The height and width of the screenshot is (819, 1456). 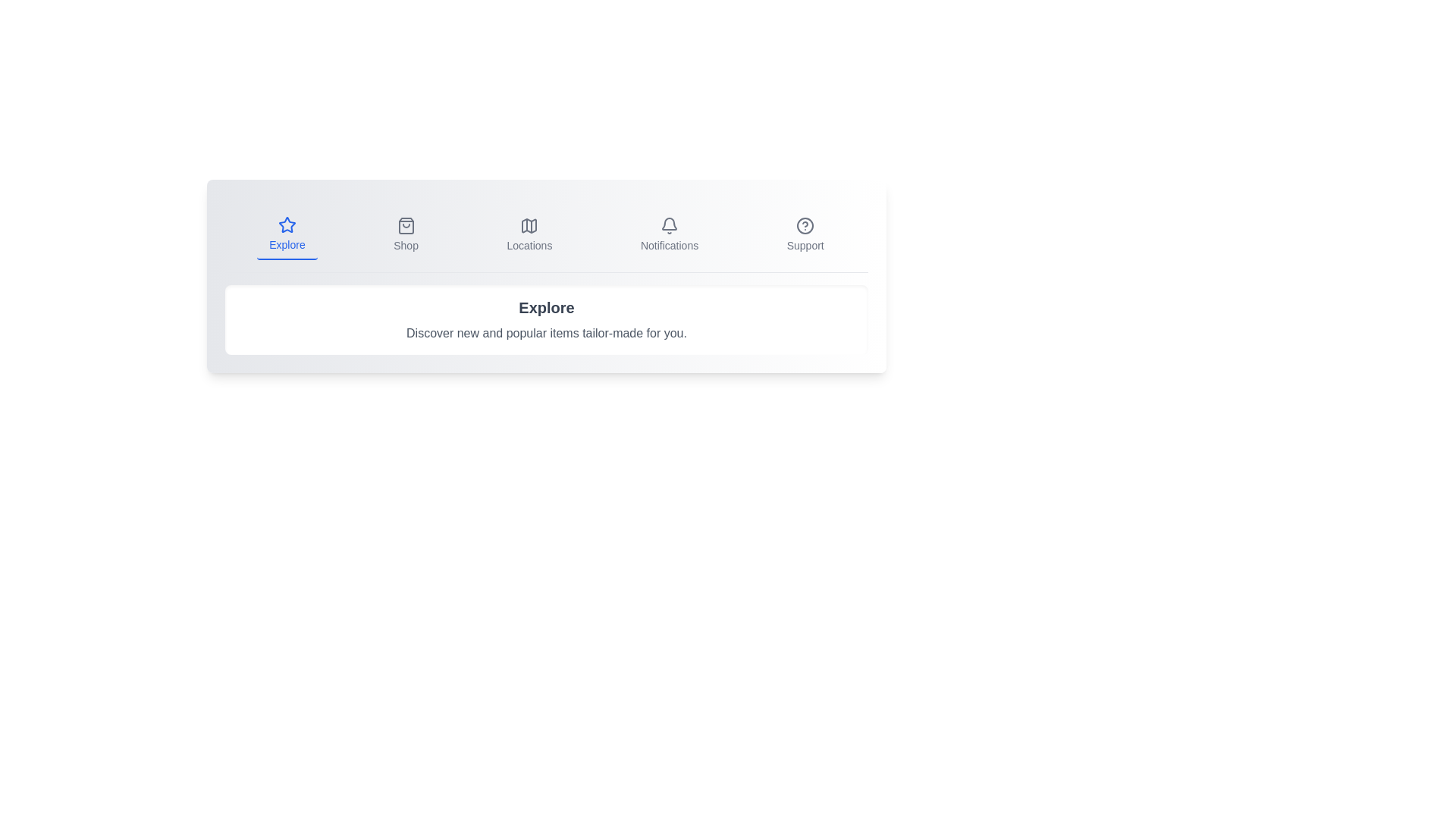 I want to click on the bell icon, so click(x=669, y=225).